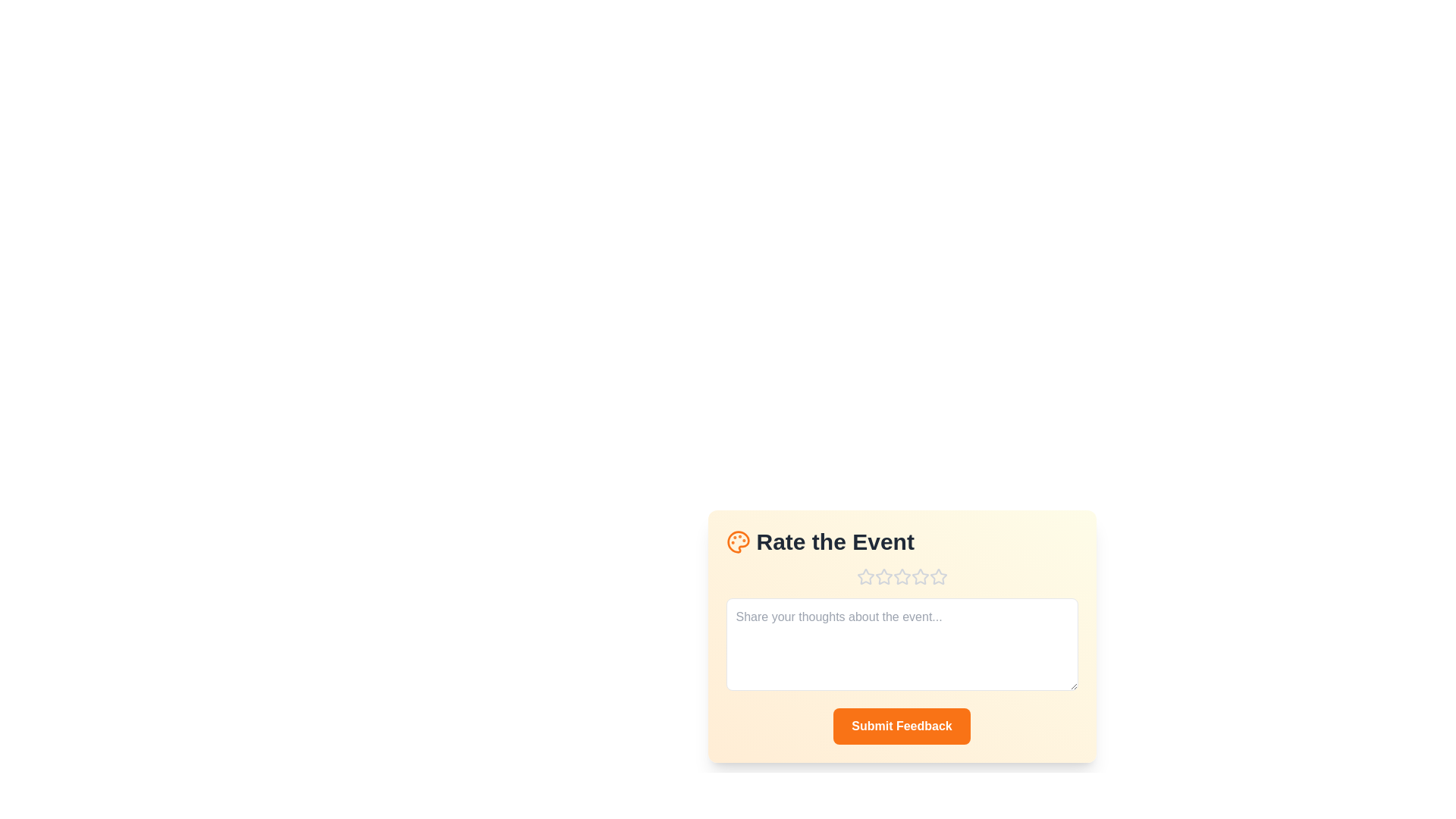 This screenshot has width=1456, height=819. What do you see at coordinates (865, 576) in the screenshot?
I see `the star corresponding to the desired rating 1 to set the rating` at bounding box center [865, 576].